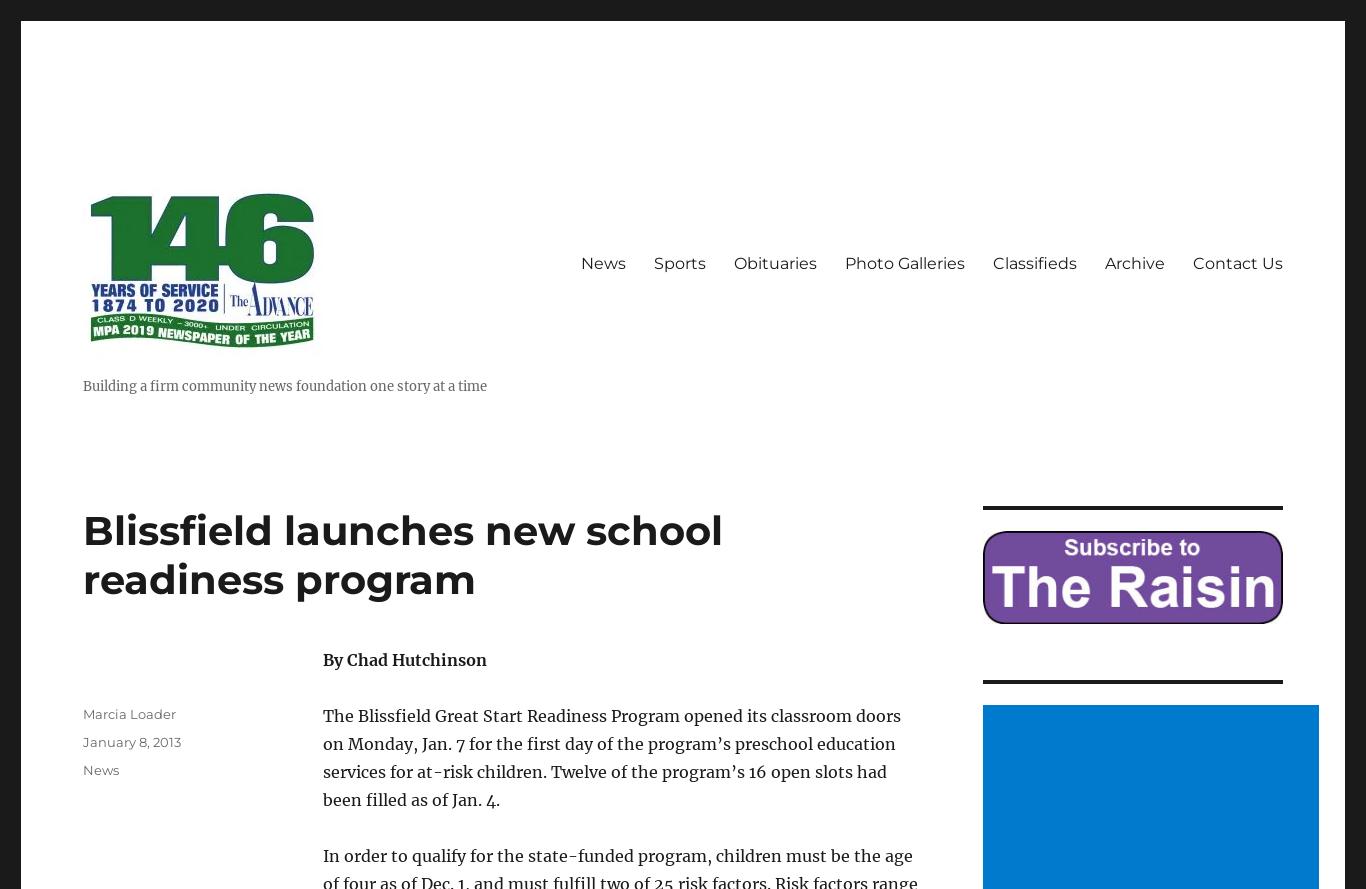  Describe the element at coordinates (130, 740) in the screenshot. I see `'January 8, 2013'` at that location.